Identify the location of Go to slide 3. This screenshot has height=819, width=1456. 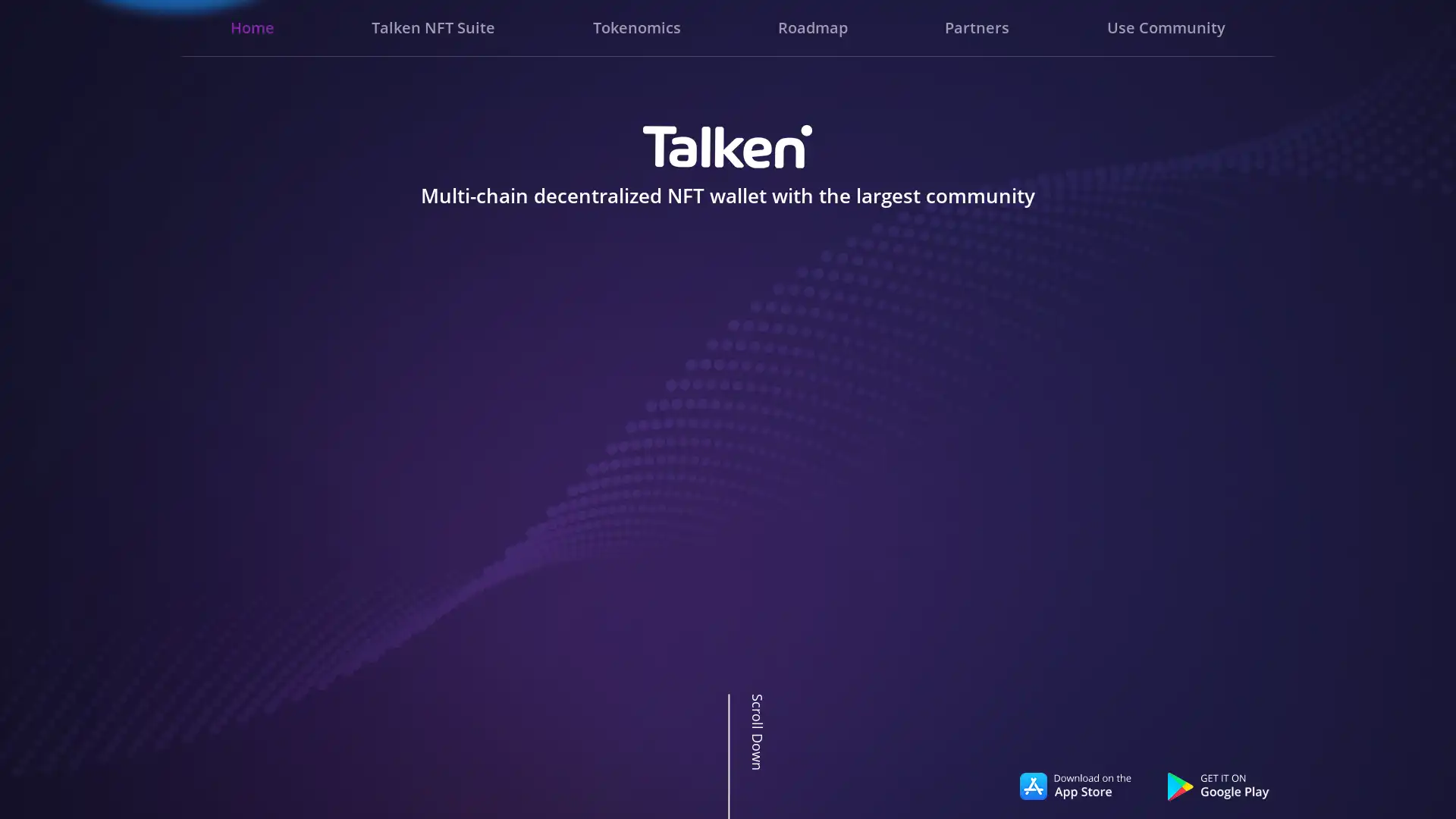
(250, 643).